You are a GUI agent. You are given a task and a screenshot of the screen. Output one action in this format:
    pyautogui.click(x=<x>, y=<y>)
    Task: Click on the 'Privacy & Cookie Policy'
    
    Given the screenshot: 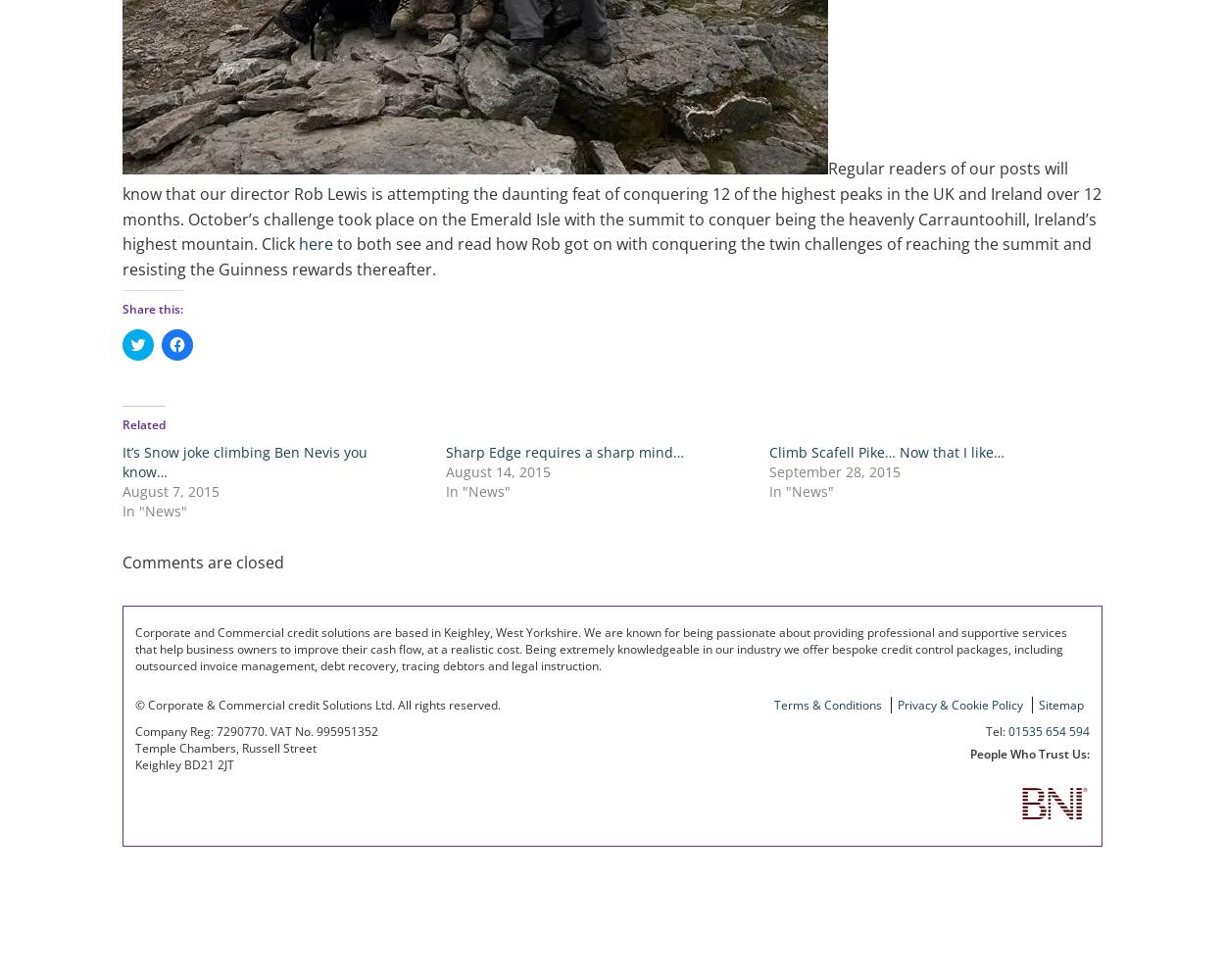 What is the action you would take?
    pyautogui.click(x=958, y=704)
    